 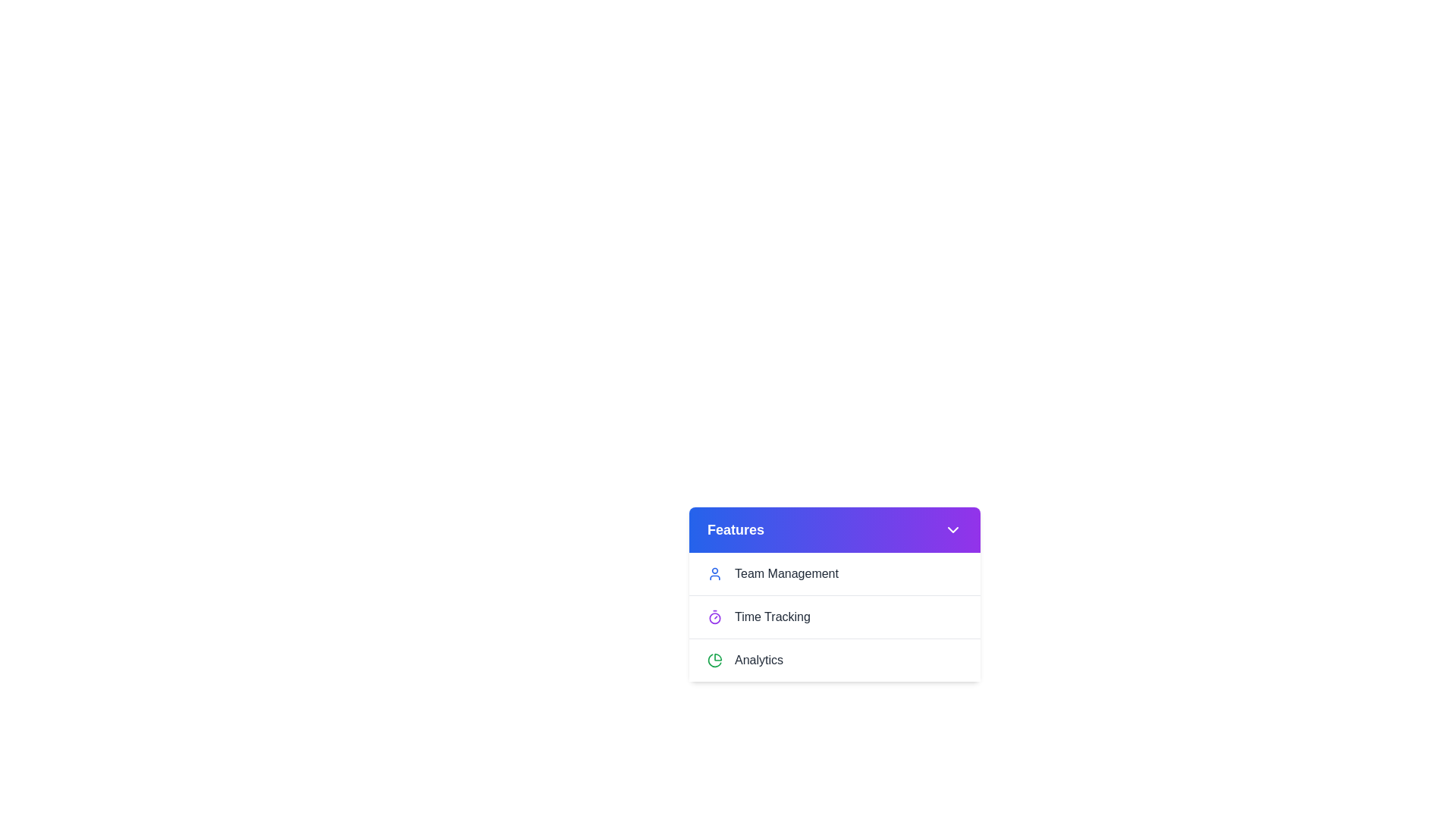 What do you see at coordinates (714, 660) in the screenshot?
I see `the icon next to Analytics to interact with it` at bounding box center [714, 660].